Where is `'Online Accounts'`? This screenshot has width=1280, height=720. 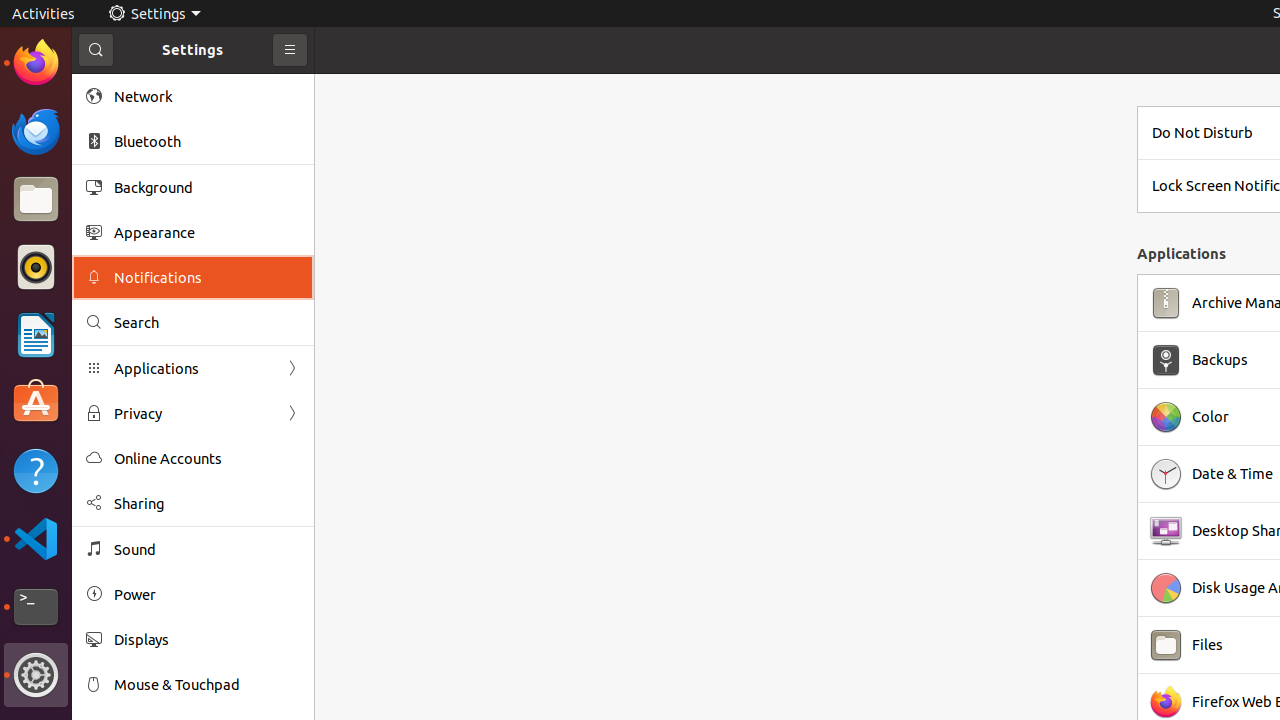 'Online Accounts' is located at coordinates (206, 458).